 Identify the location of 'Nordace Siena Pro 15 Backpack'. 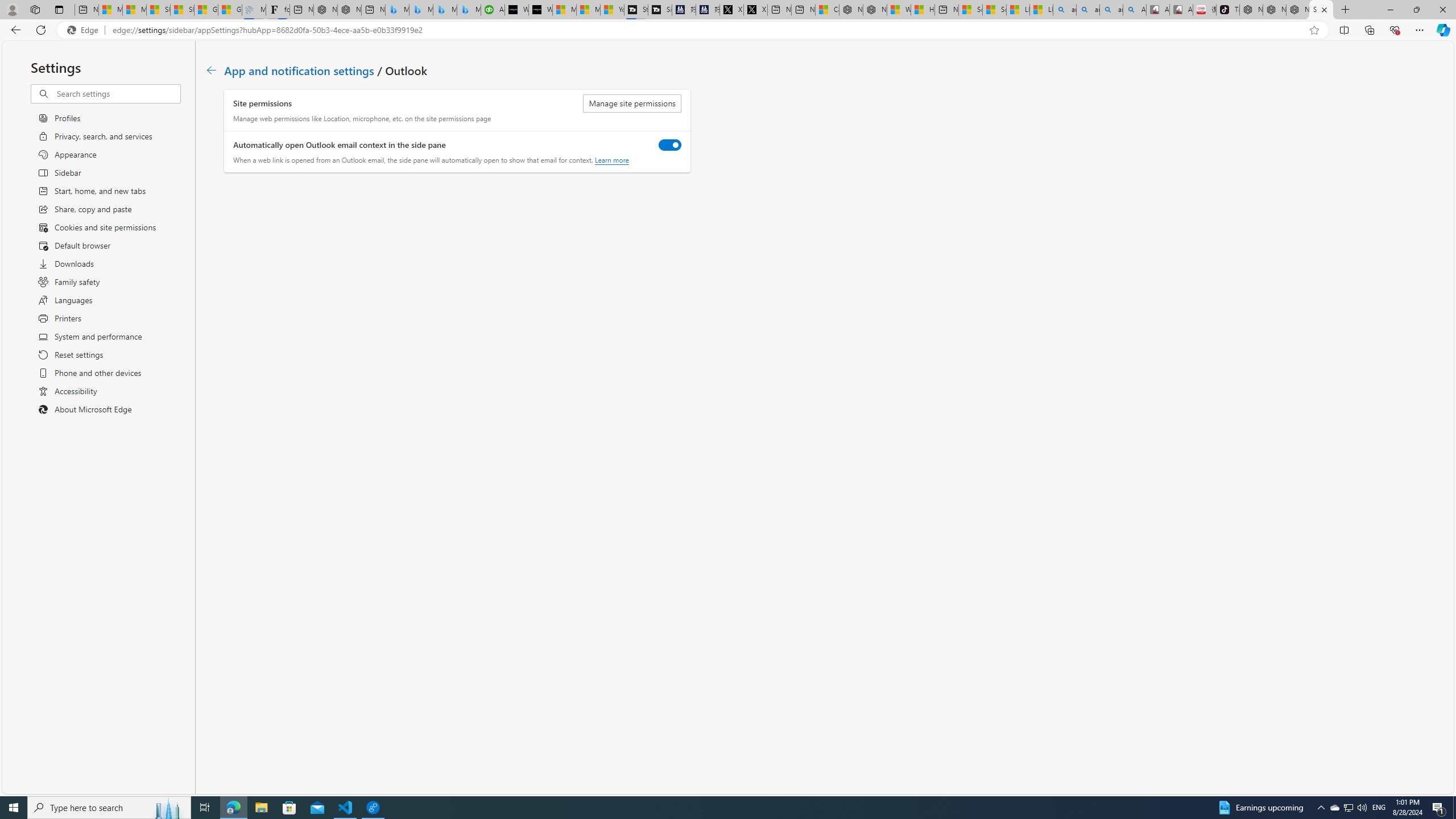
(1275, 9).